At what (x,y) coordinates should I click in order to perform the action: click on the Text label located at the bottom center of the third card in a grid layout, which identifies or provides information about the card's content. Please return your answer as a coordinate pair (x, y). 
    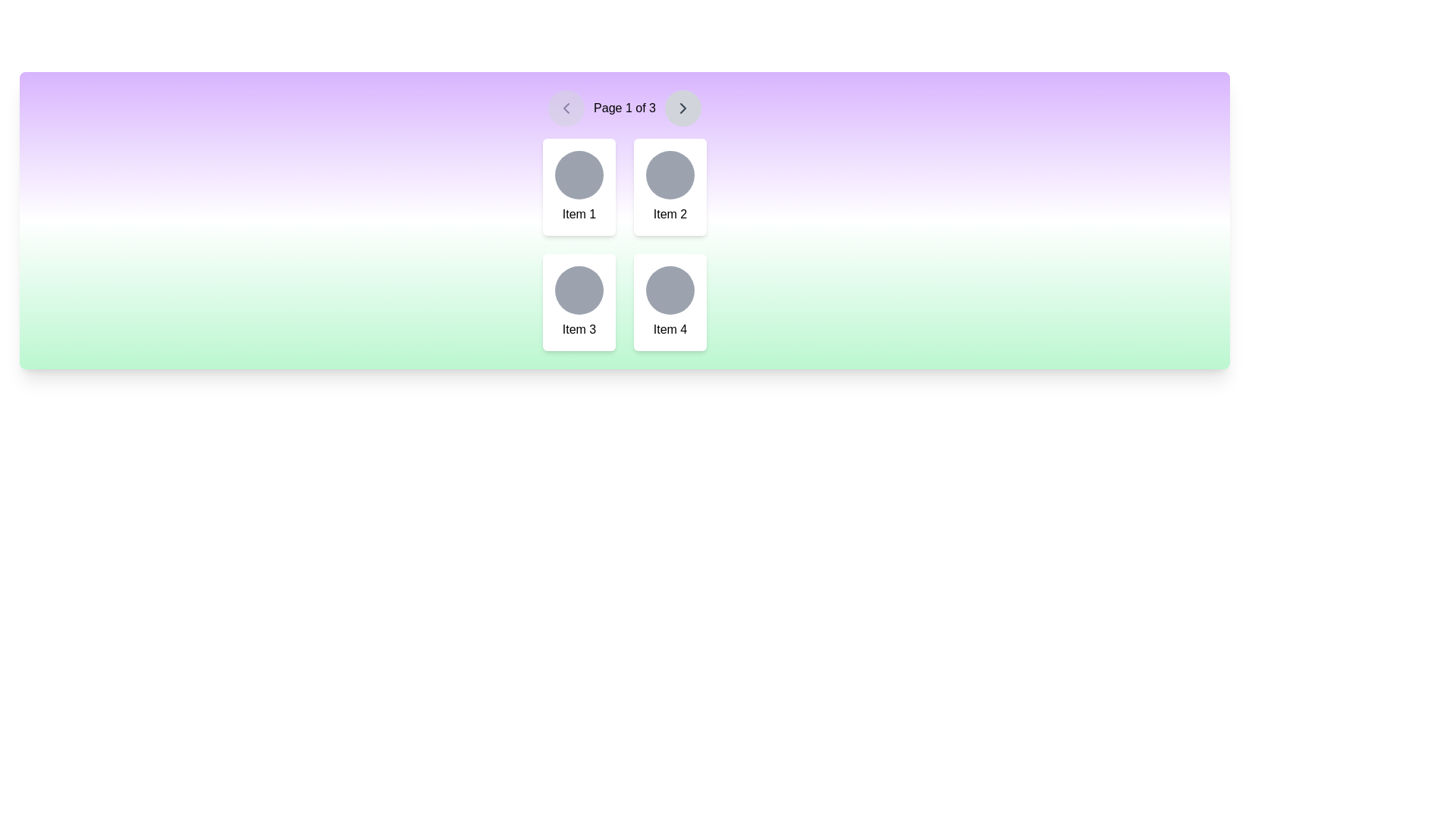
    Looking at the image, I should click on (578, 329).